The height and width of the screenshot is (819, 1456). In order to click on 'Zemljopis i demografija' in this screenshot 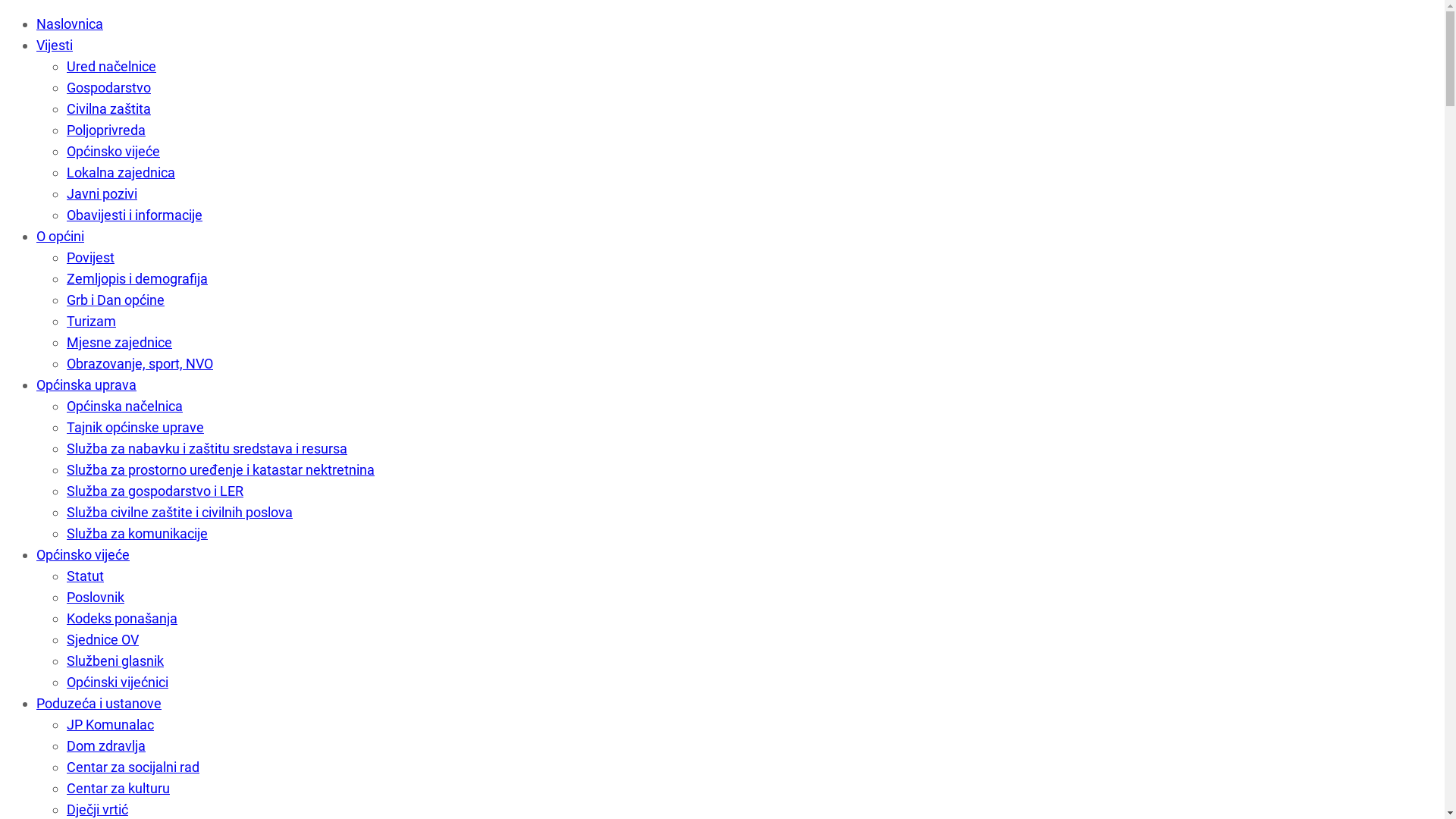, I will do `click(137, 278)`.